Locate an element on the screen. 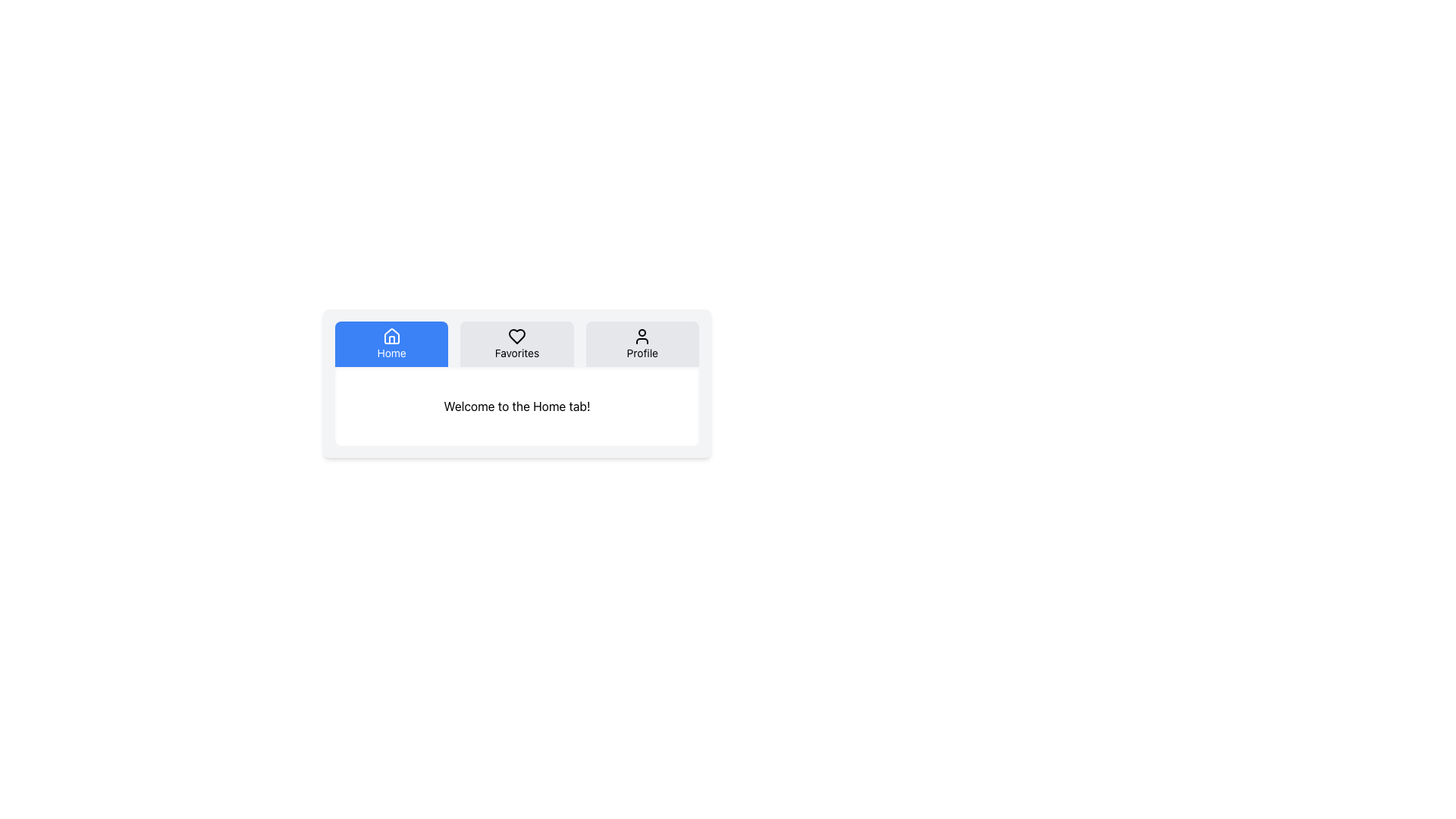  the 'Favorites' text label located in the second tab of the tab menu, which is styled in black on a light gray background and positioned below a heart icon is located at coordinates (516, 353).